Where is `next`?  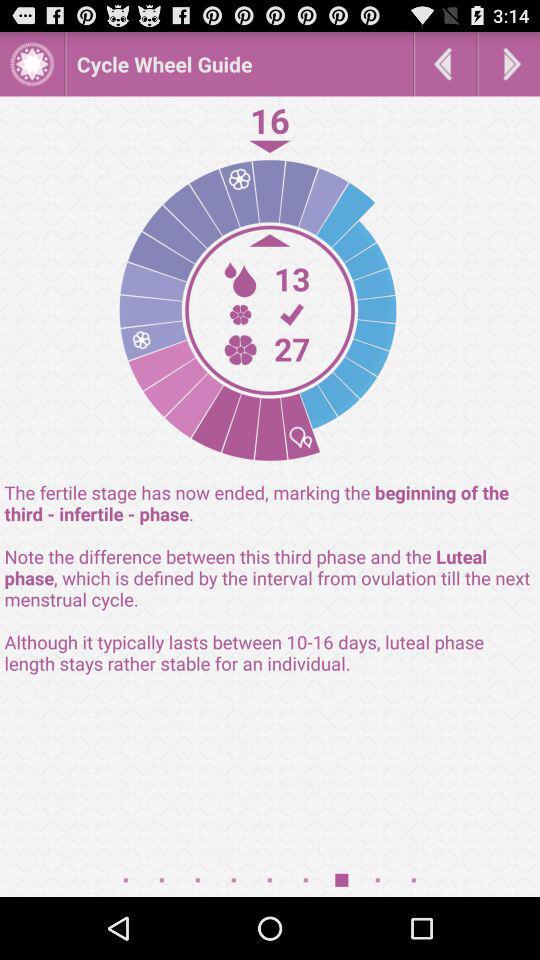 next is located at coordinates (509, 63).